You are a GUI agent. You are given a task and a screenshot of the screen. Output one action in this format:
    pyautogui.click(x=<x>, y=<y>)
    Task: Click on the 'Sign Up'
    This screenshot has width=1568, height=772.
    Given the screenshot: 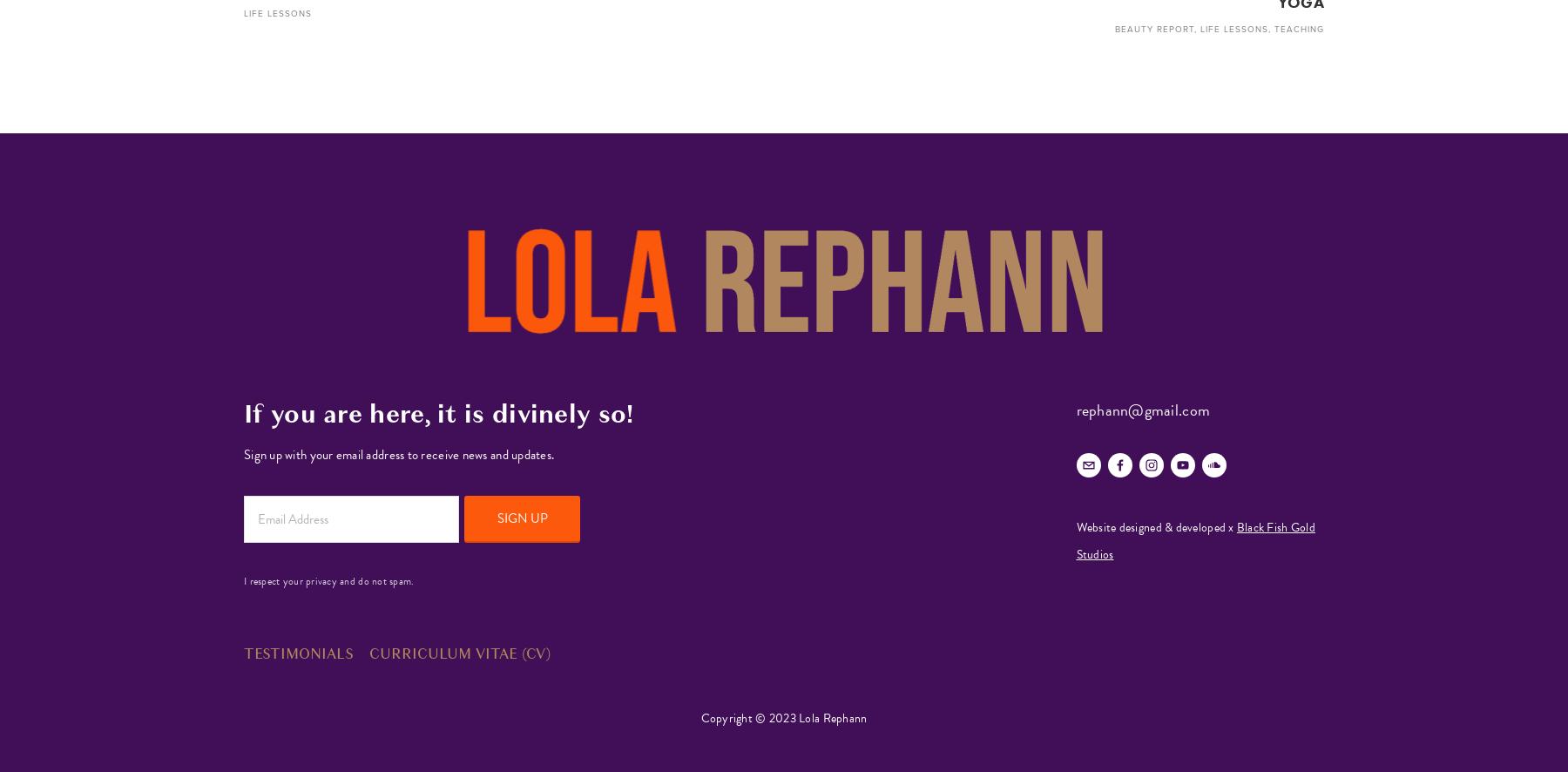 What is the action you would take?
    pyautogui.click(x=522, y=516)
    